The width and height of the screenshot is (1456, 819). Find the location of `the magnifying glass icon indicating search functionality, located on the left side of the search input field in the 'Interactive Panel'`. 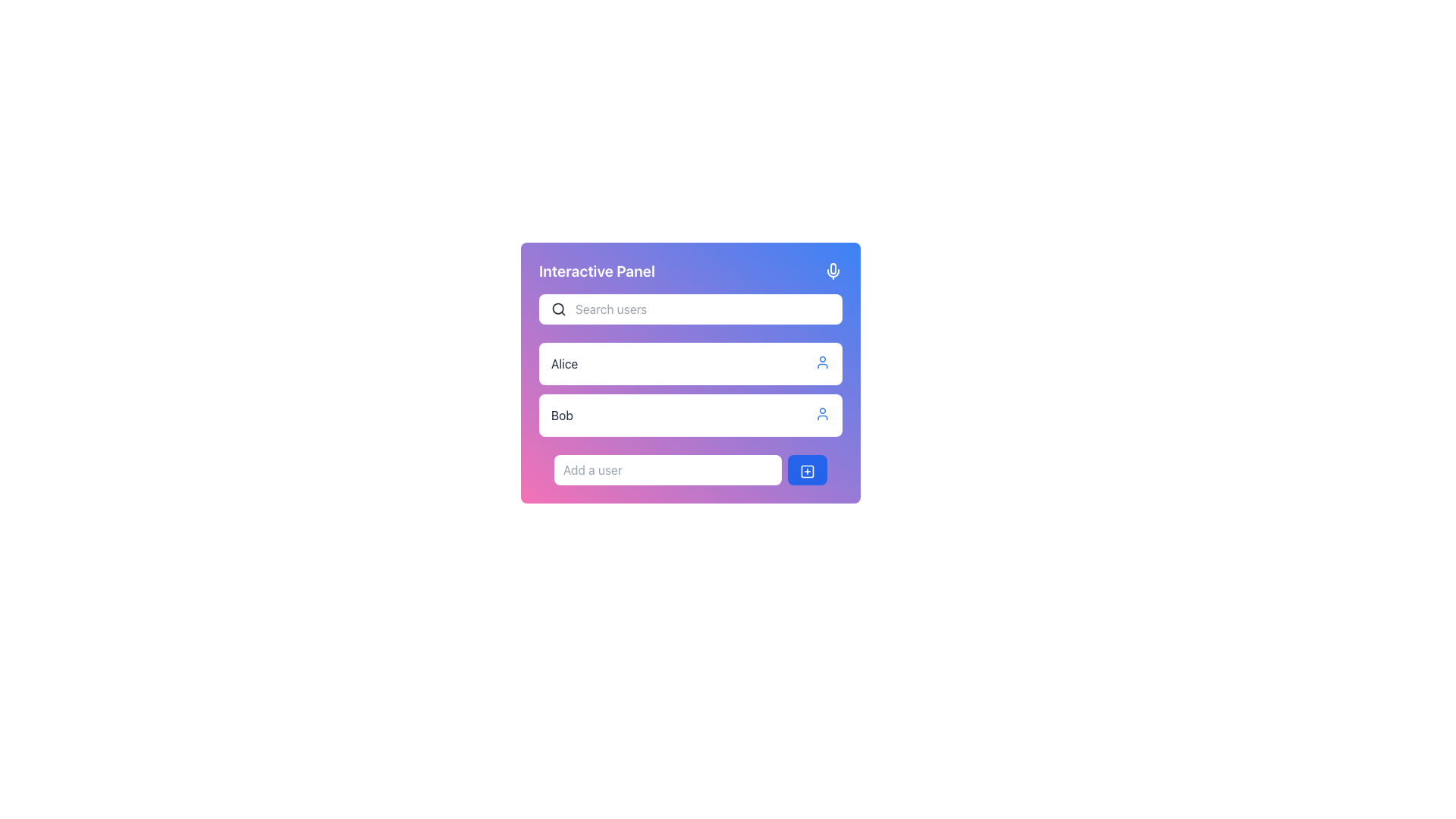

the magnifying glass icon indicating search functionality, located on the left side of the search input field in the 'Interactive Panel' is located at coordinates (558, 309).